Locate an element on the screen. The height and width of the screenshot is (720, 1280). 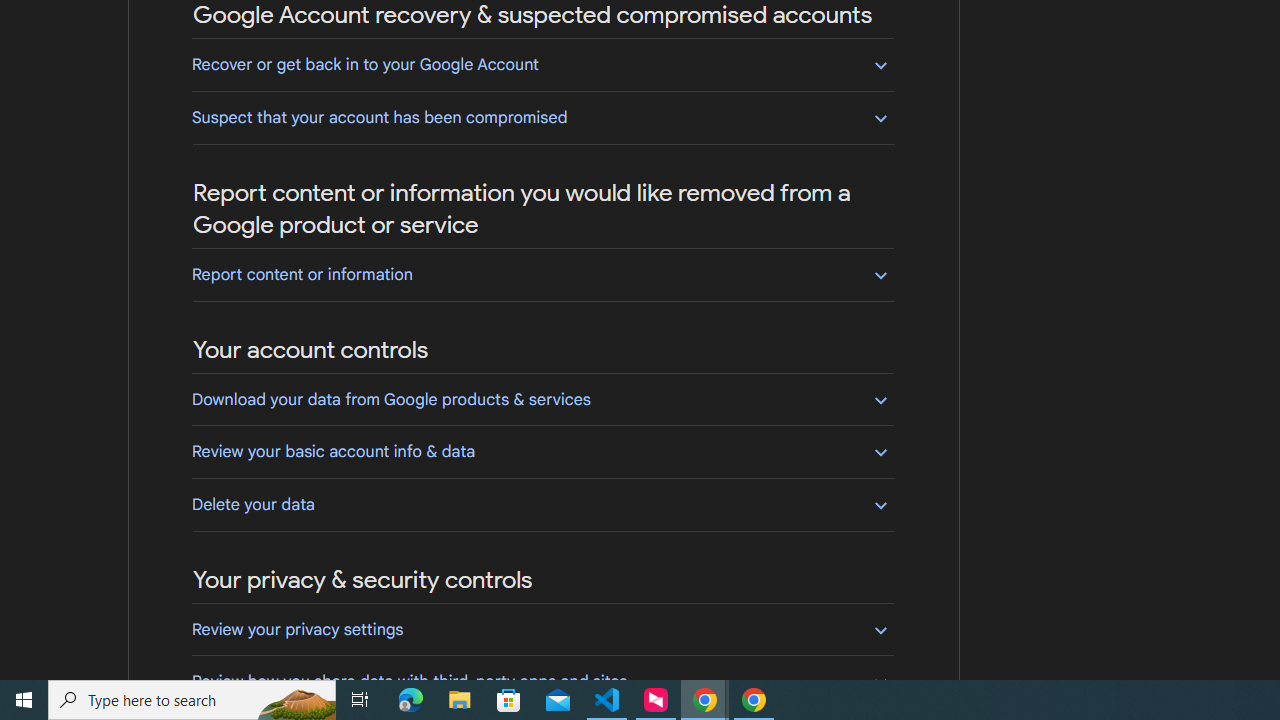
'Review how you share data with third-party apps and sites' is located at coordinates (542, 680).